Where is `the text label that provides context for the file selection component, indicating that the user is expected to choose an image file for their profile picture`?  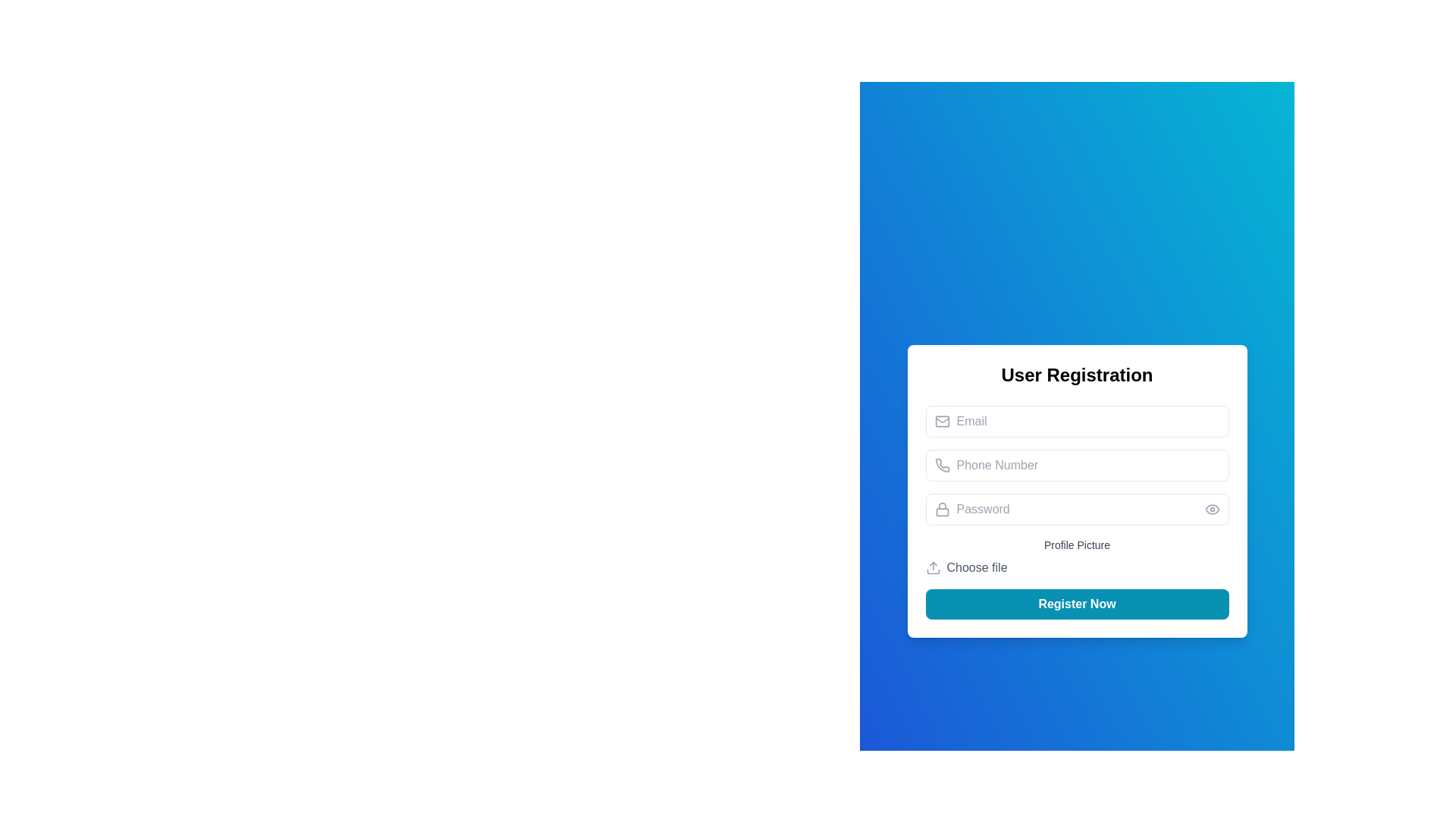 the text label that provides context for the file selection component, indicating that the user is expected to choose an image file for their profile picture is located at coordinates (1076, 544).